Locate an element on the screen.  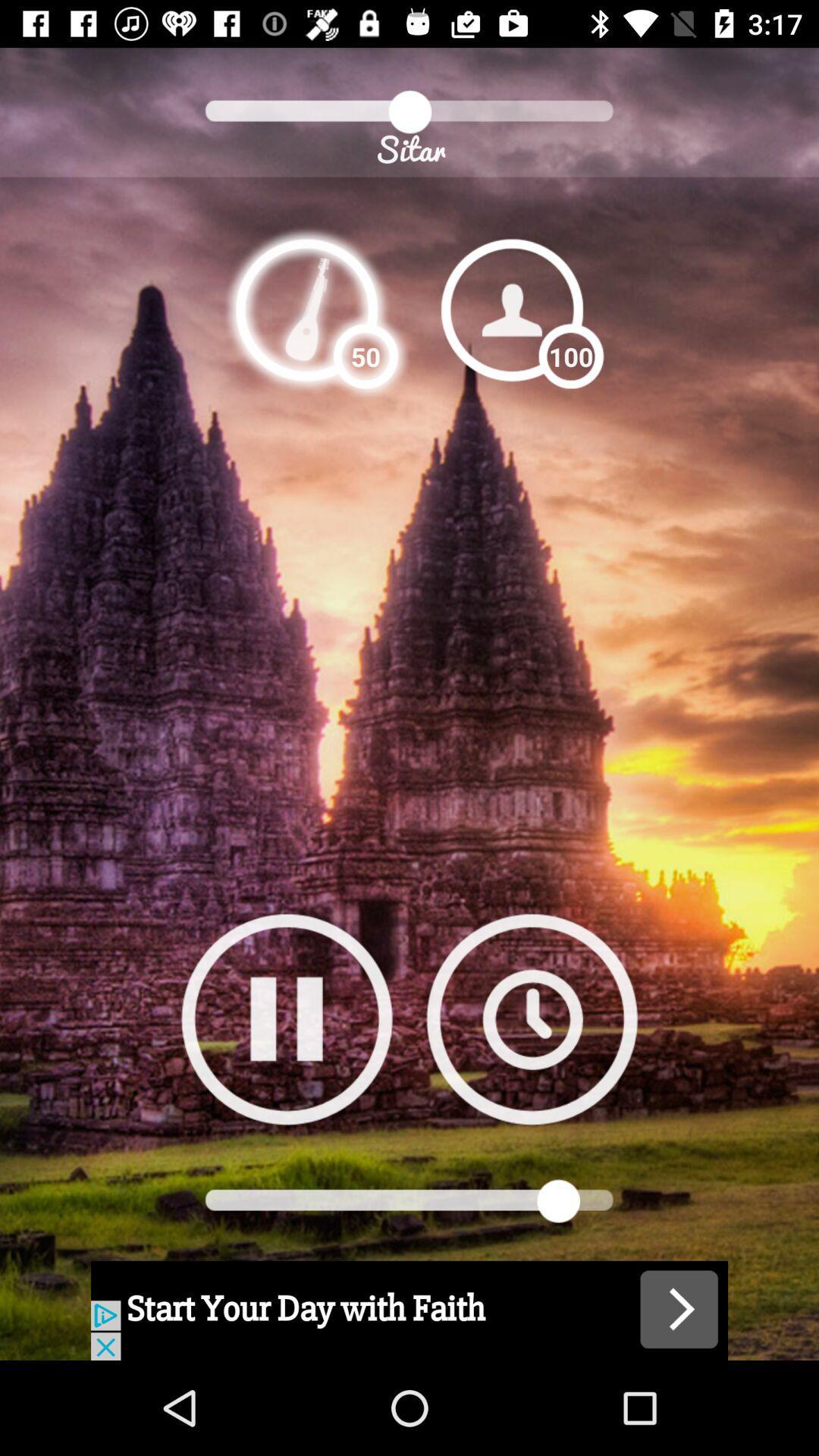
change tempo is located at coordinates (306, 309).